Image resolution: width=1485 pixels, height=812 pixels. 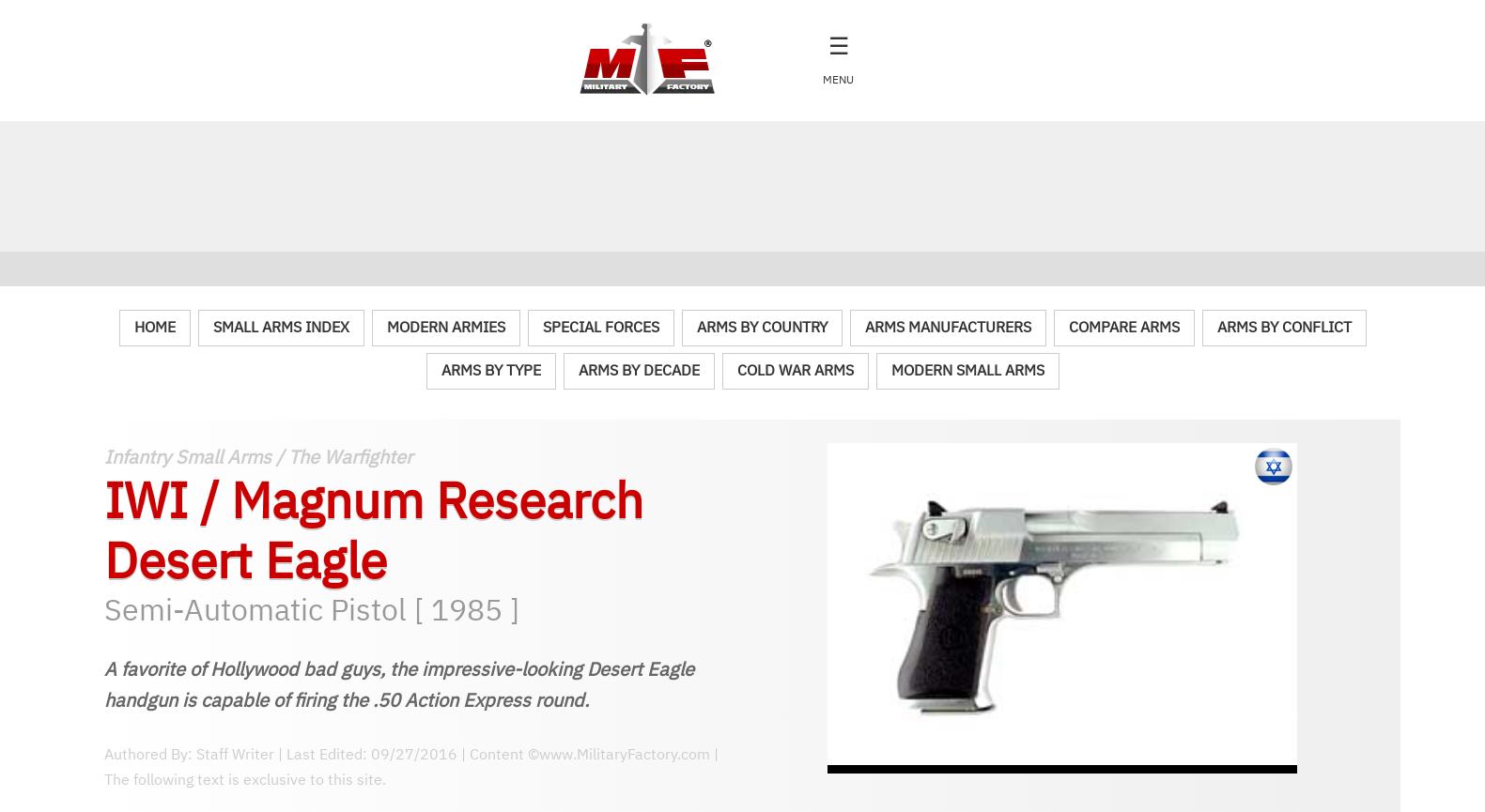 What do you see at coordinates (210, 489) in the screenshot?
I see `'Israel; United States'` at bounding box center [210, 489].